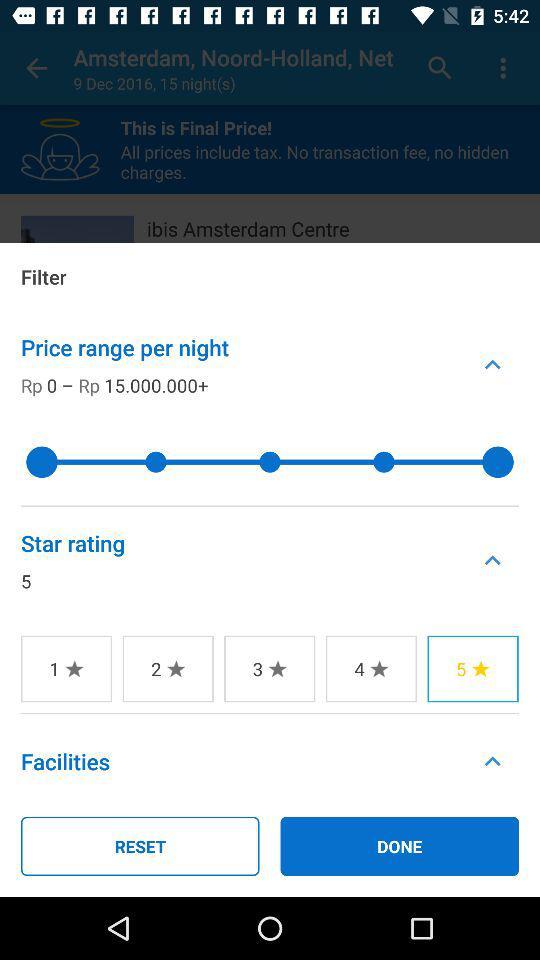  Describe the element at coordinates (399, 845) in the screenshot. I see `the icon next to the reset icon` at that location.